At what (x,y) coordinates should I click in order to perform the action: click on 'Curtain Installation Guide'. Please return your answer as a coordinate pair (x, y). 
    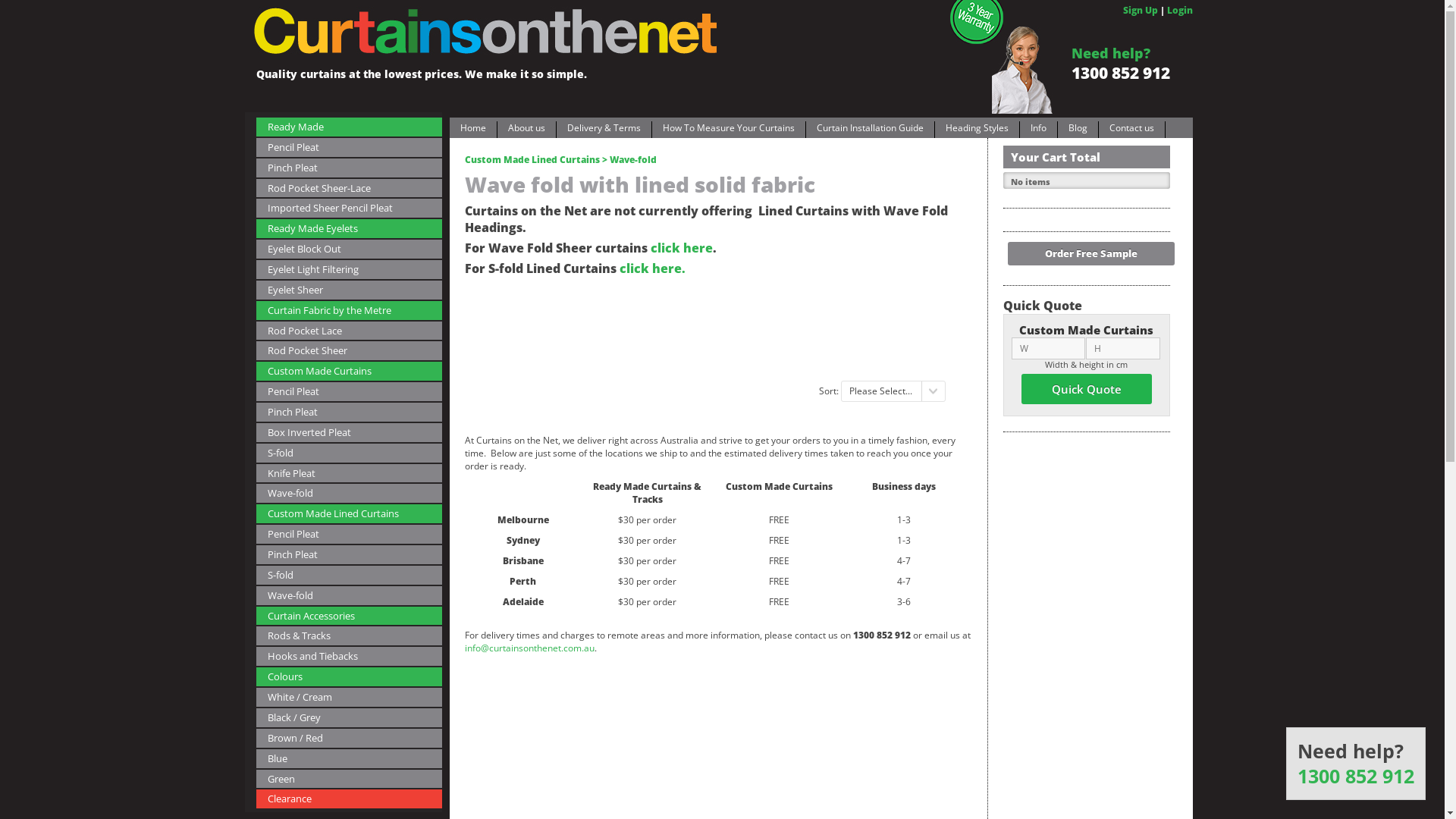
    Looking at the image, I should click on (804, 128).